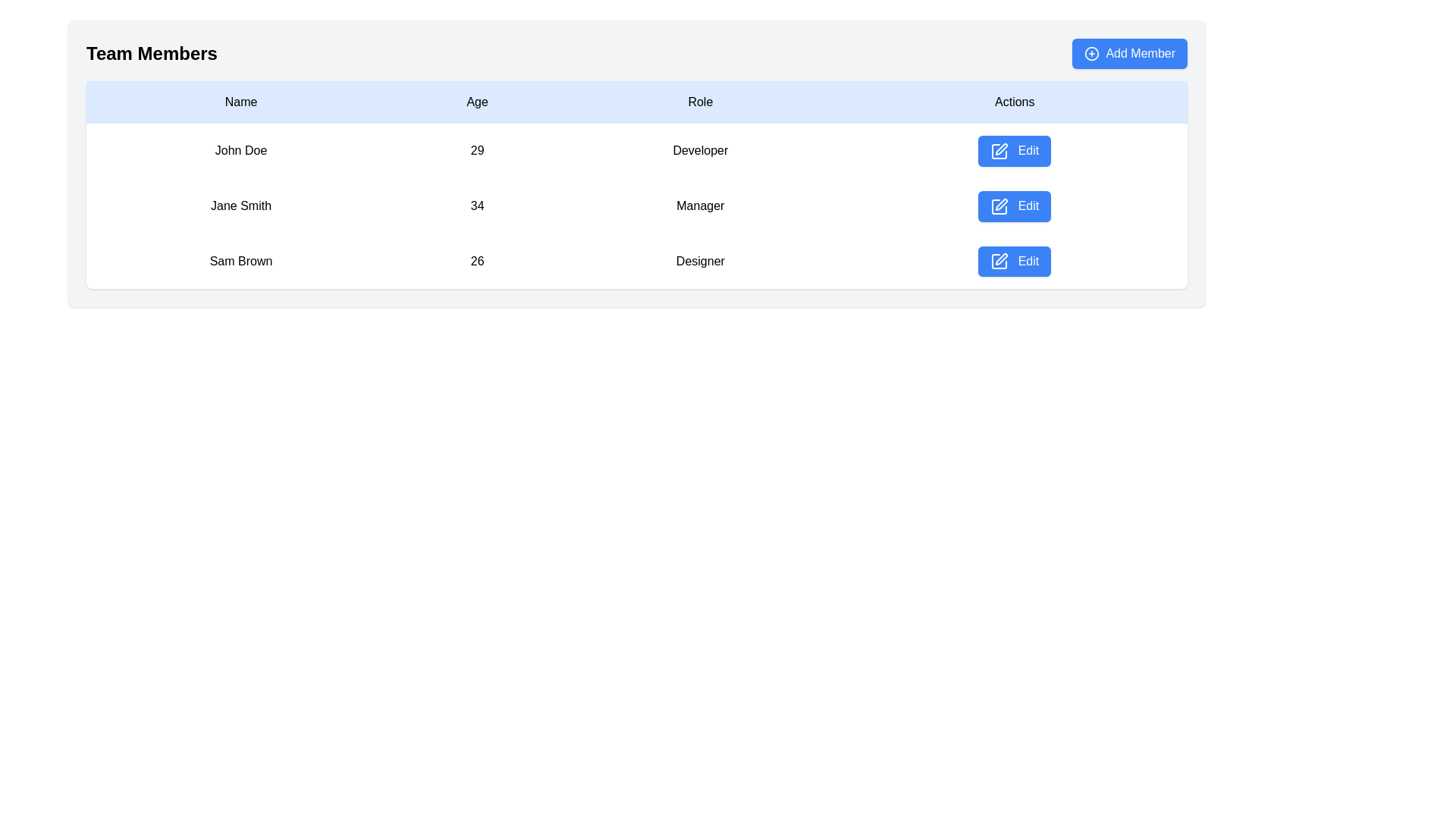 This screenshot has height=819, width=1456. What do you see at coordinates (476, 151) in the screenshot?
I see `the text element displaying the age of 'John Doe' located in the second cell of the row corresponding to his details in the table, beside the 'Developer' cell` at bounding box center [476, 151].